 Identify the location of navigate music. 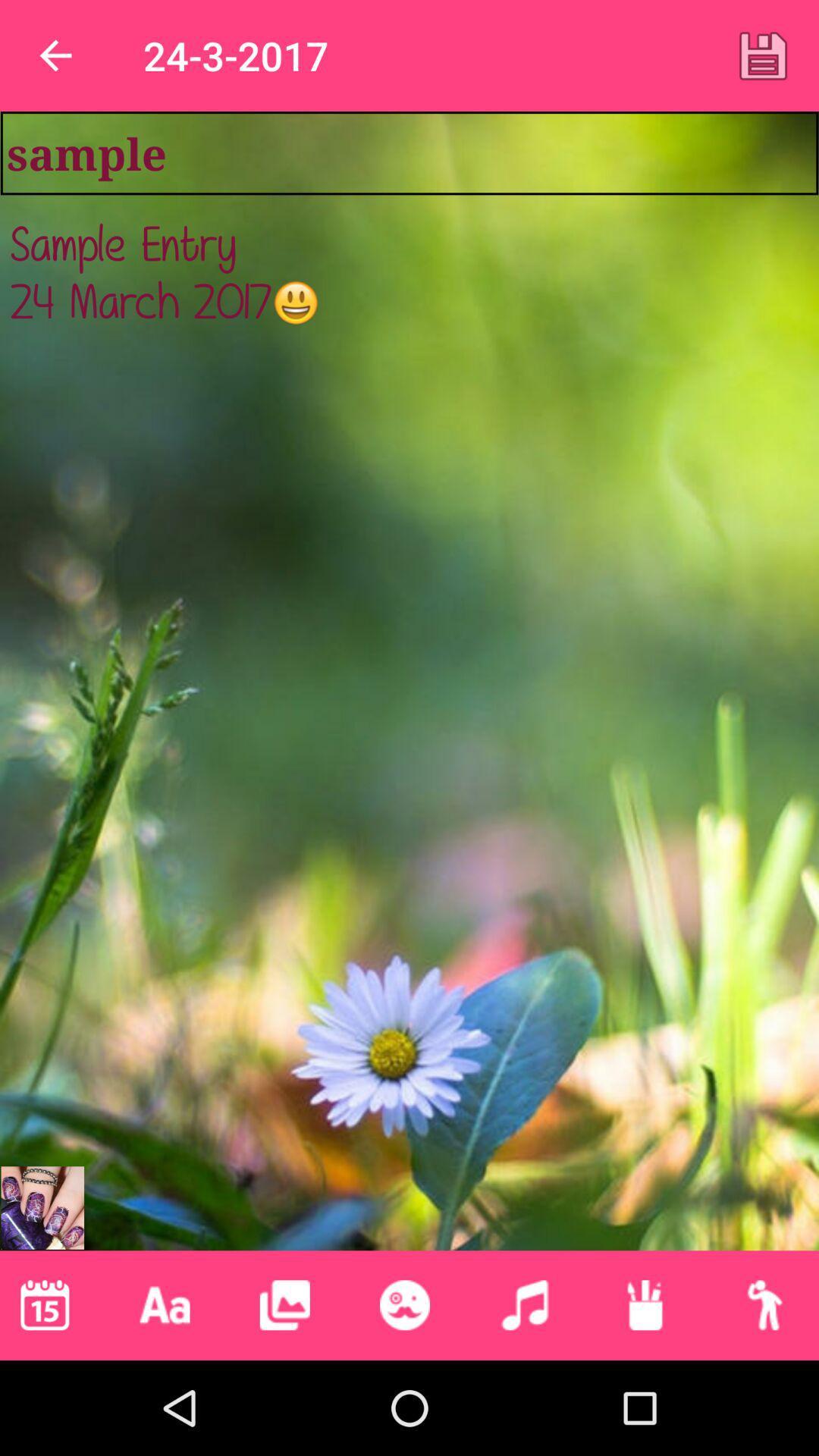
(524, 1304).